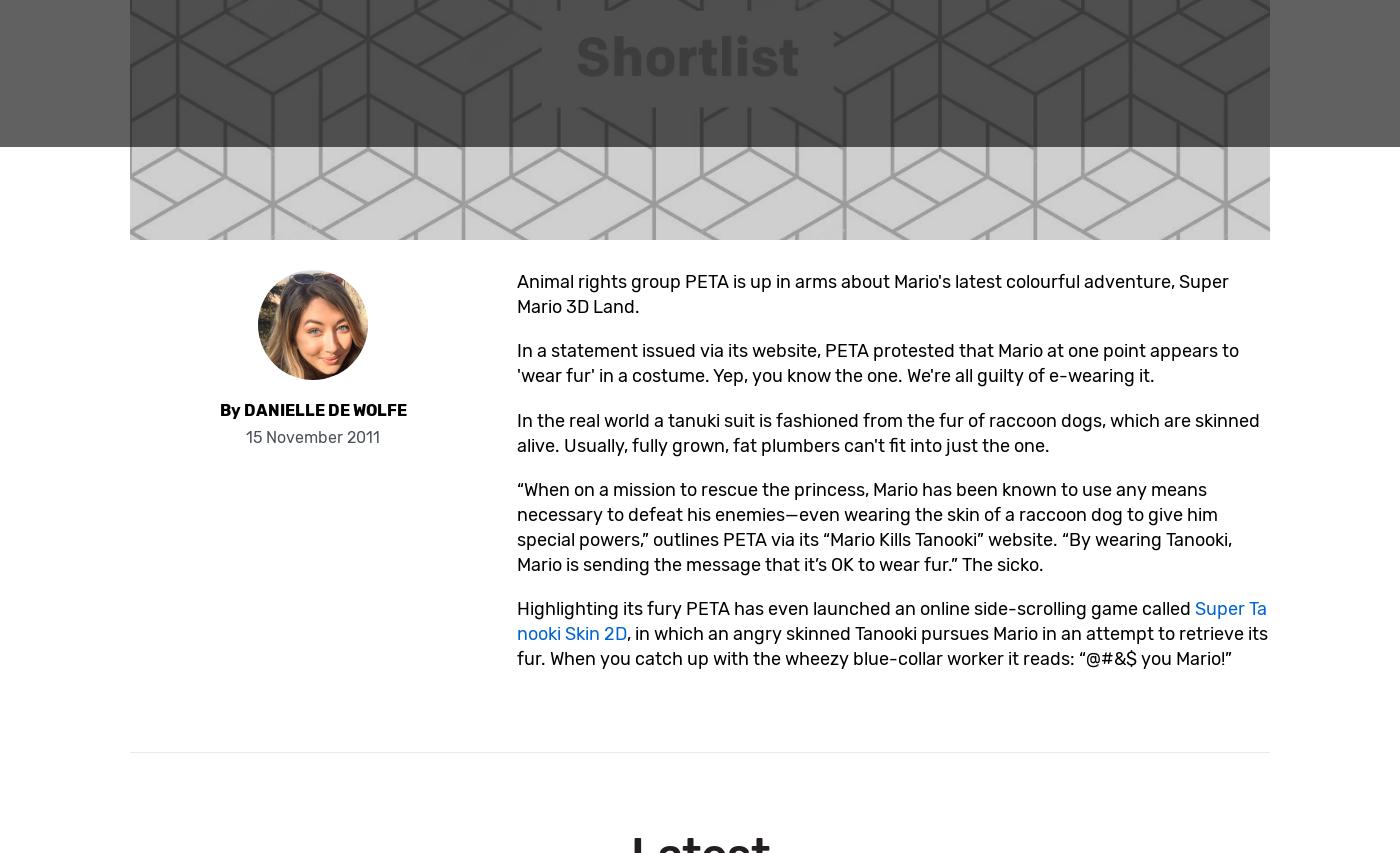  Describe the element at coordinates (324, 408) in the screenshot. I see `'Danielle de Wolfe'` at that location.